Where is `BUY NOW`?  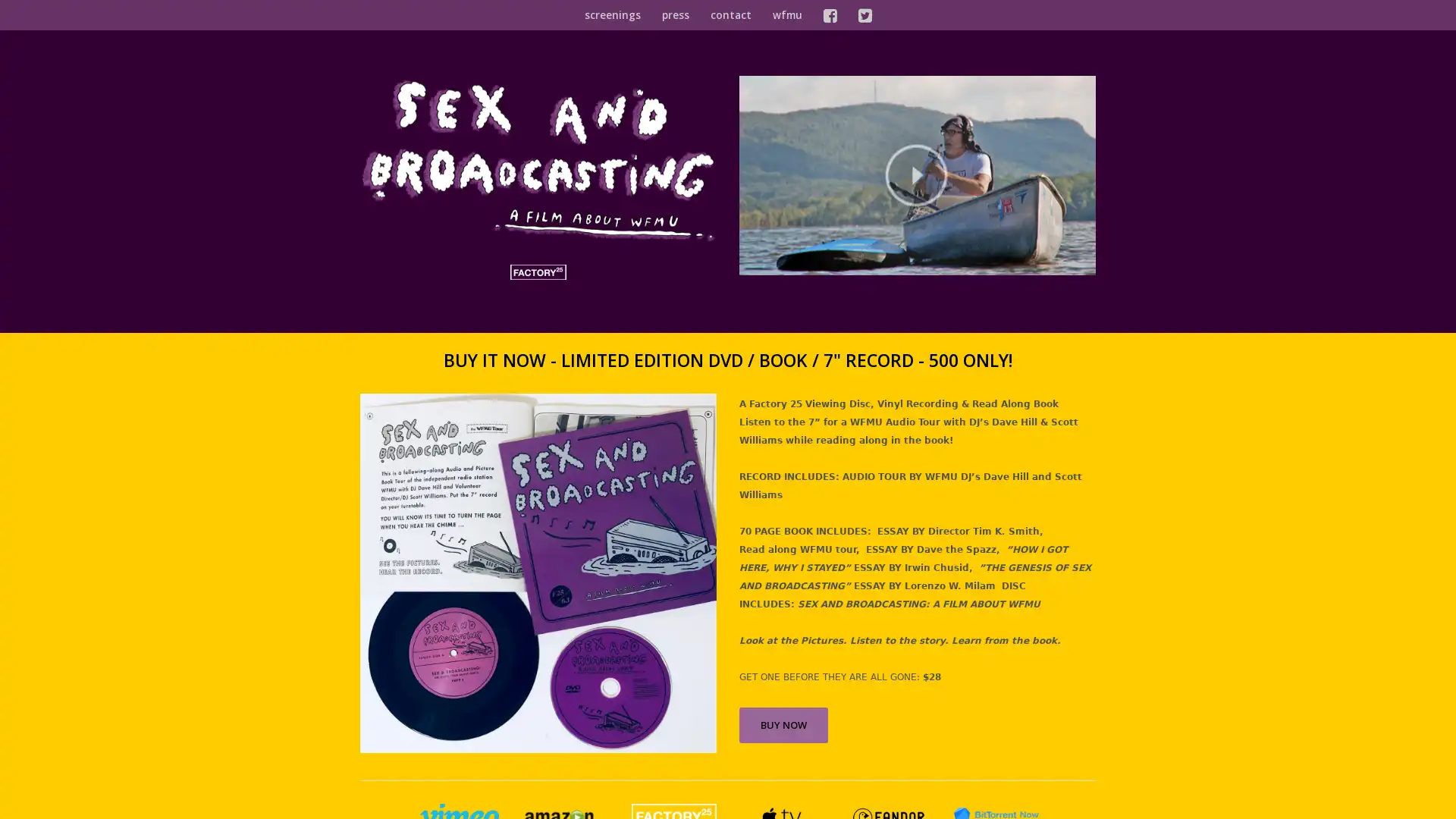 BUY NOW is located at coordinates (783, 723).